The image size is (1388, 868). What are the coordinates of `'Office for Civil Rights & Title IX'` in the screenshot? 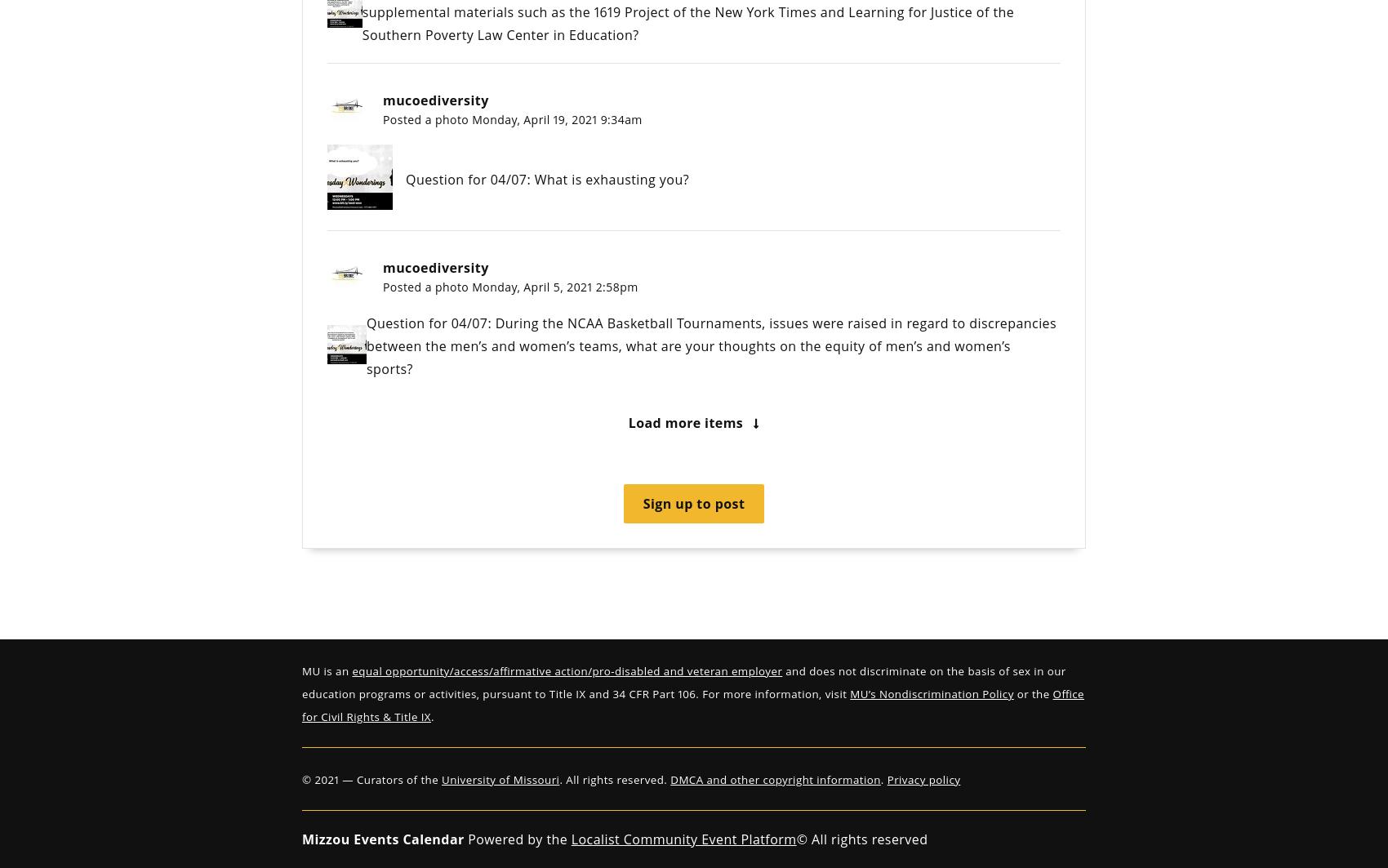 It's located at (692, 705).